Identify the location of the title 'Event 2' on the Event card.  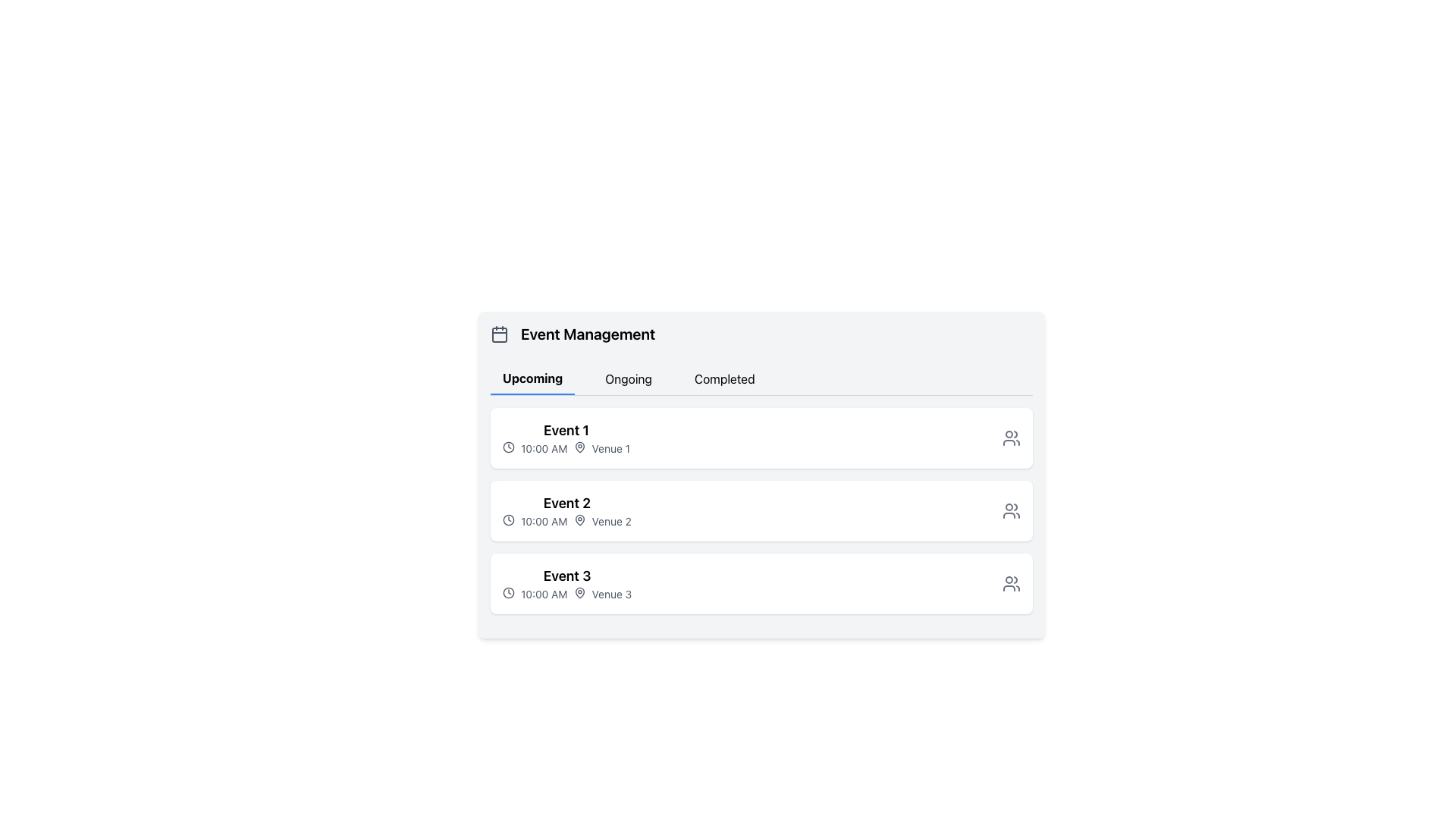
(566, 511).